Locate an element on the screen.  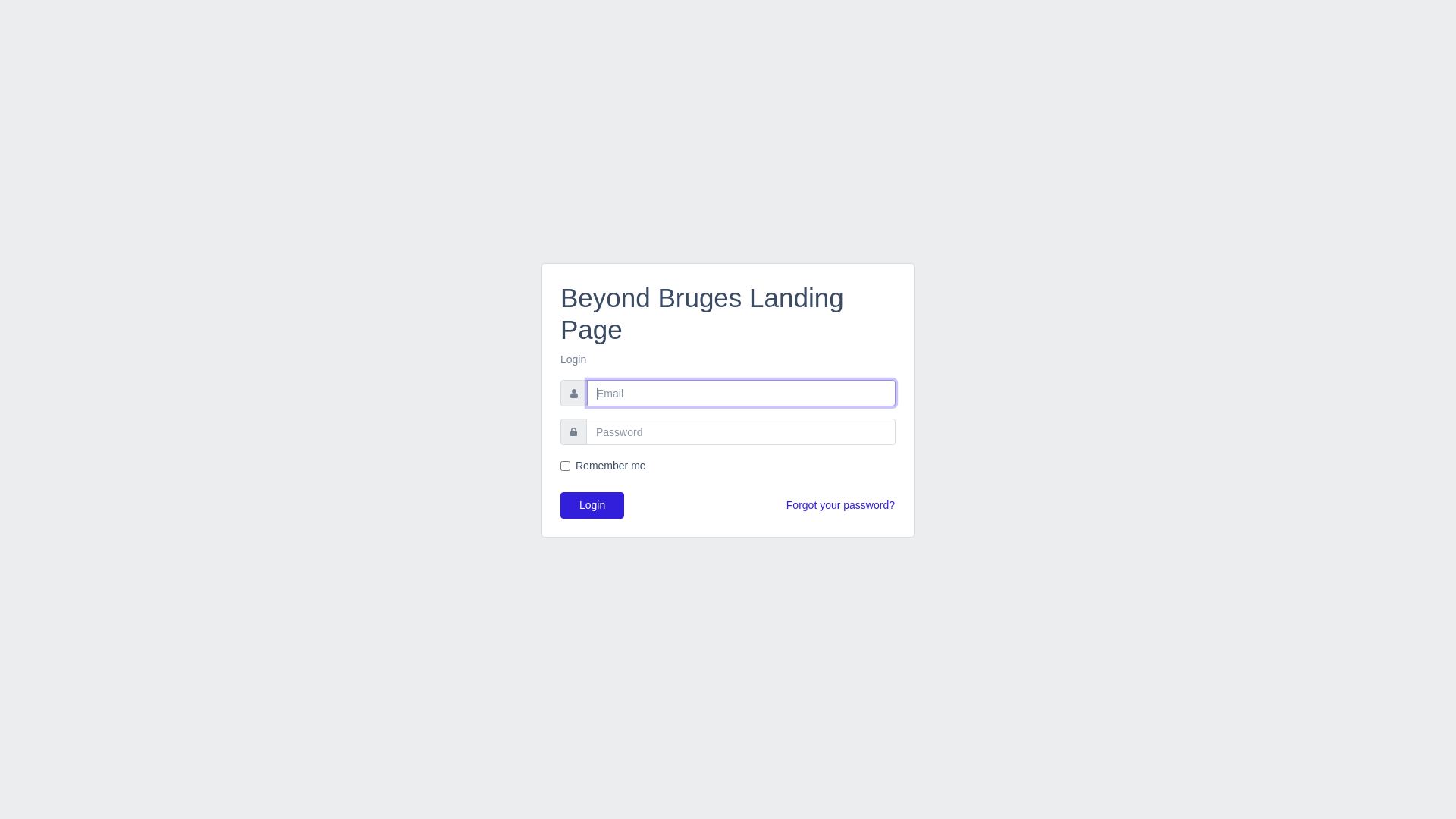
'Forgot your password?' is located at coordinates (786, 505).